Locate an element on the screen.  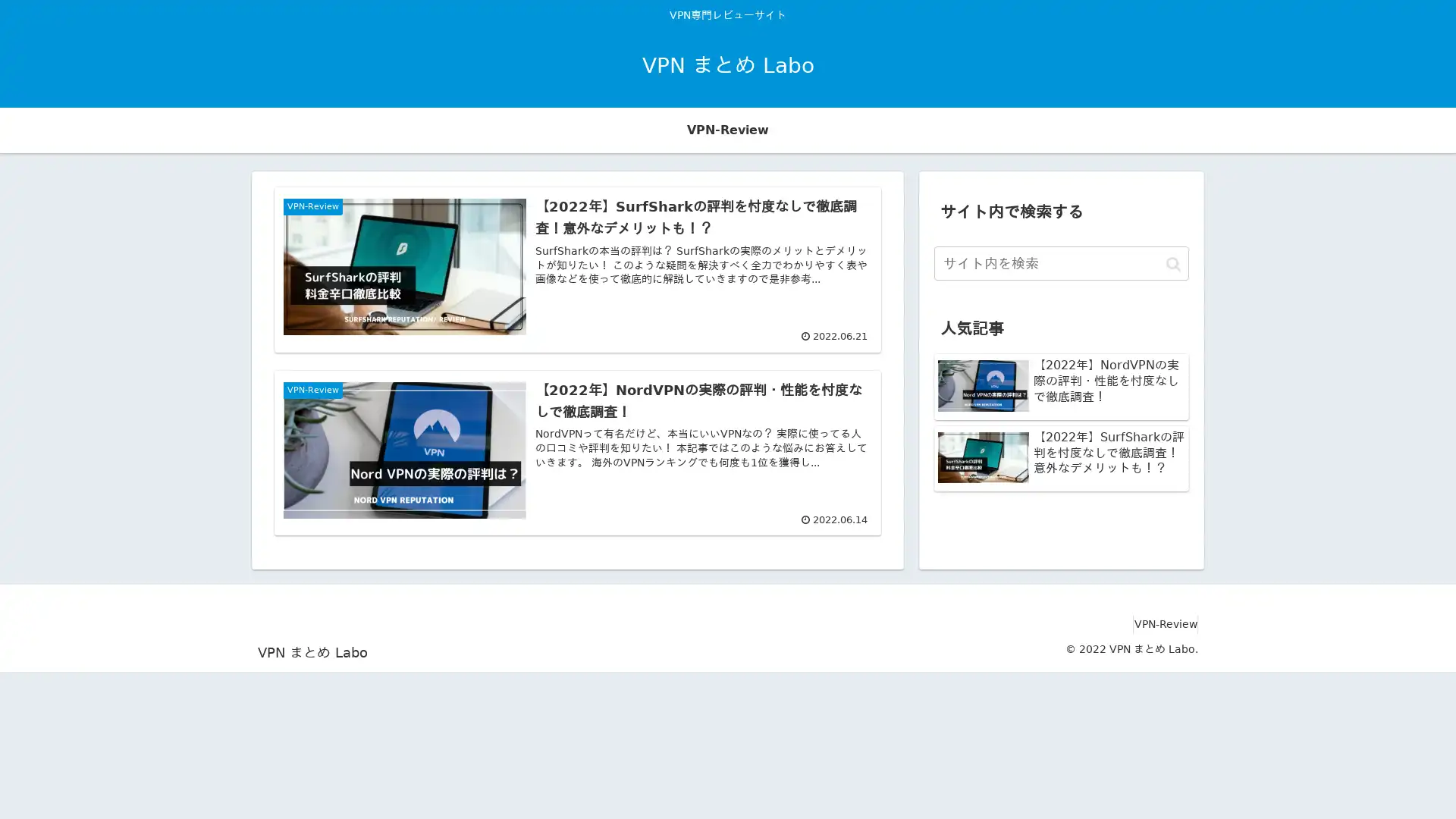
button is located at coordinates (1172, 262).